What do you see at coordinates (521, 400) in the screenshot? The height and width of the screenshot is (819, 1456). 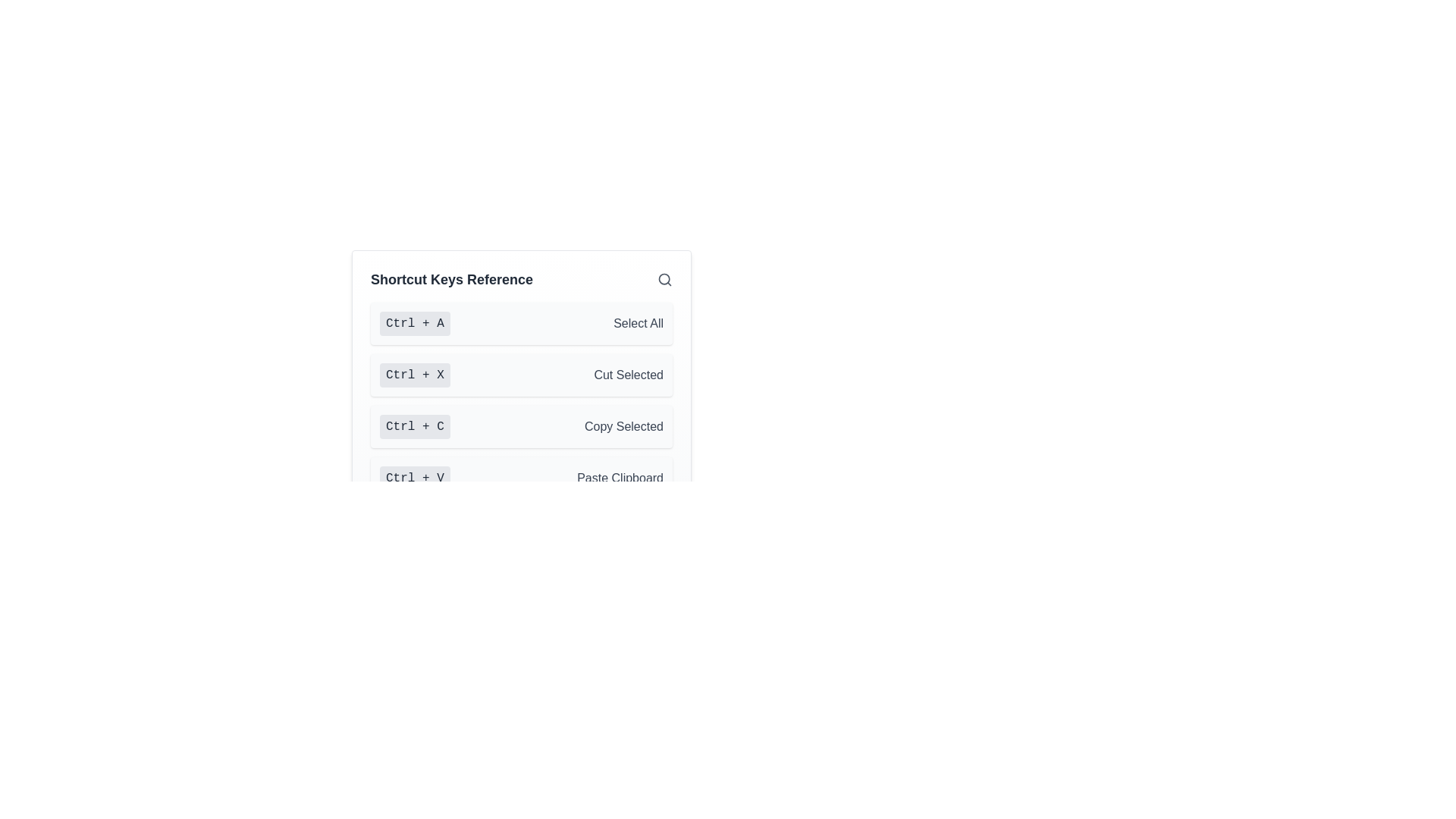 I see `the entry in the vertical list of shortcut keys that is located within the 'Shortcut Keys Reference' section, specifically the third entry which is associated with a key combination and its description` at bounding box center [521, 400].